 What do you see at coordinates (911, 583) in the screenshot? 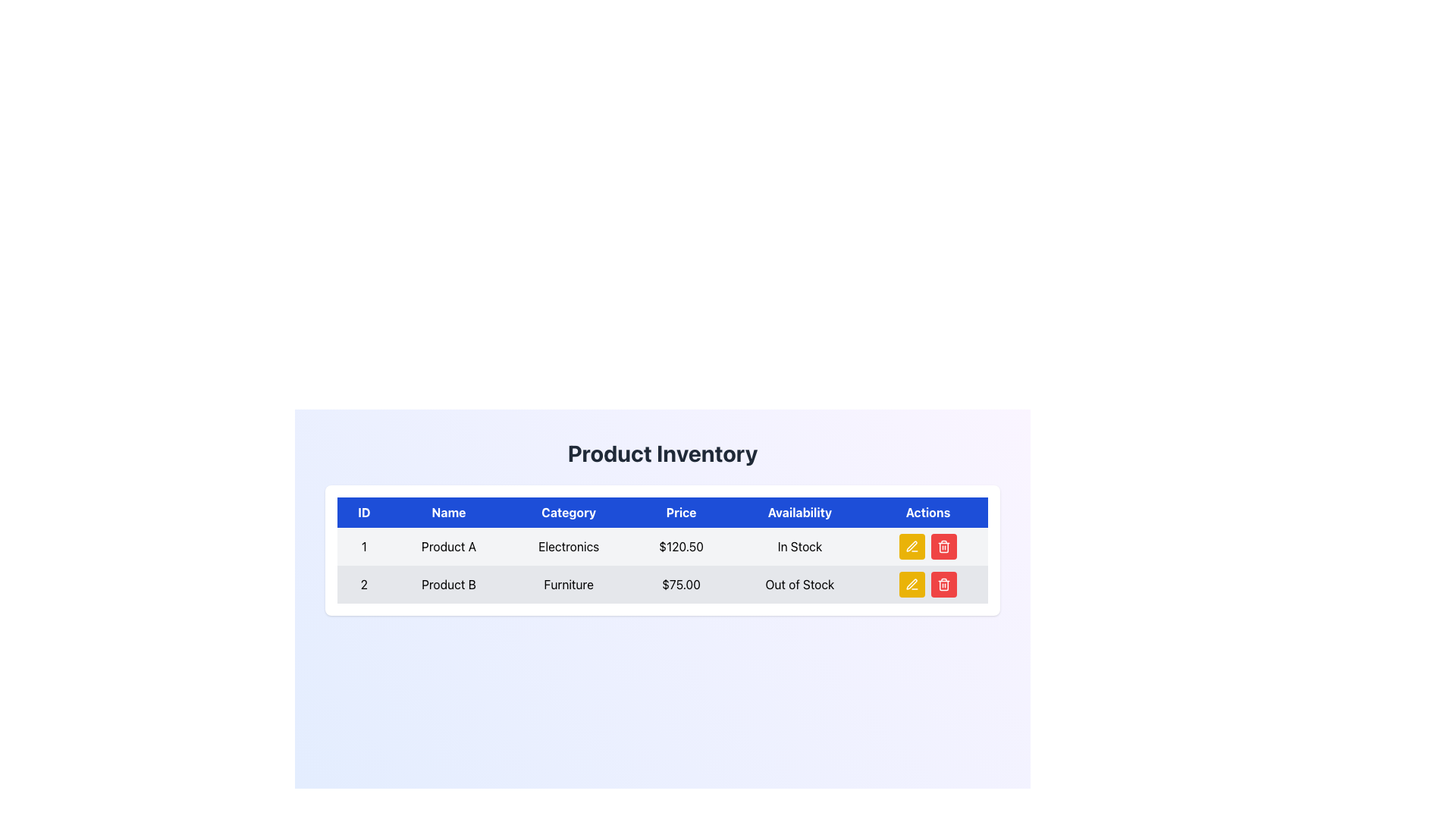
I see `the edit icon in the Actions column of the second row in the table, which is represented by a pen graphic and located near the trash can icon` at bounding box center [911, 583].